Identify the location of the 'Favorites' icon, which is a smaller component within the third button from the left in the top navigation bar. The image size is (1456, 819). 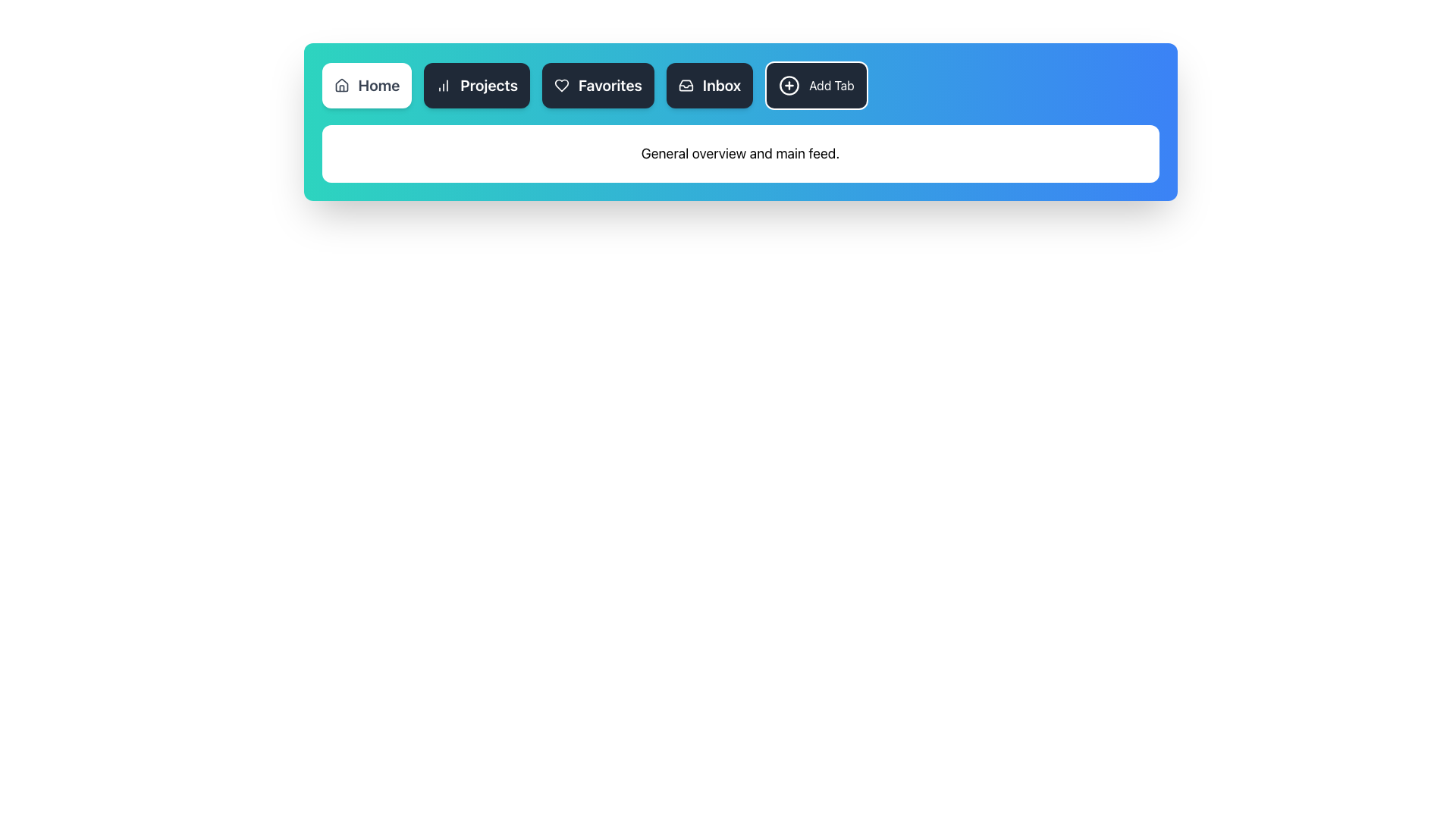
(560, 85).